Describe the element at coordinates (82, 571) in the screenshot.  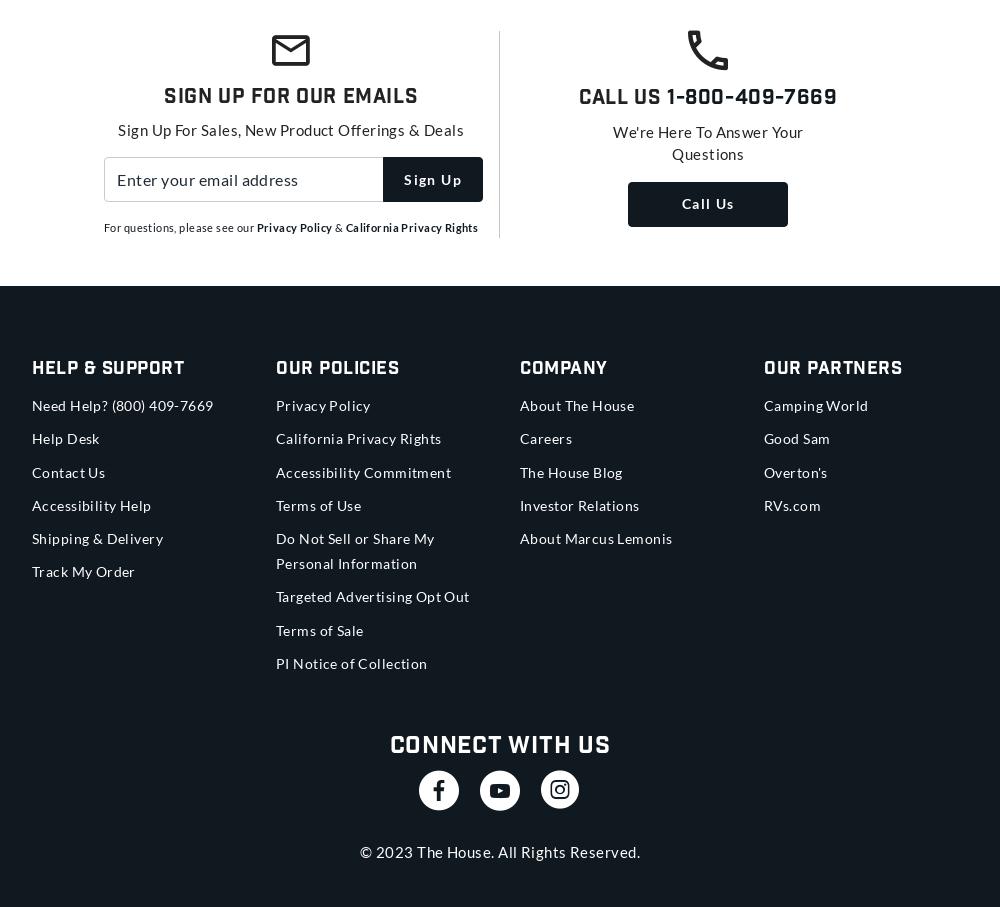
I see `'Track My Order'` at that location.